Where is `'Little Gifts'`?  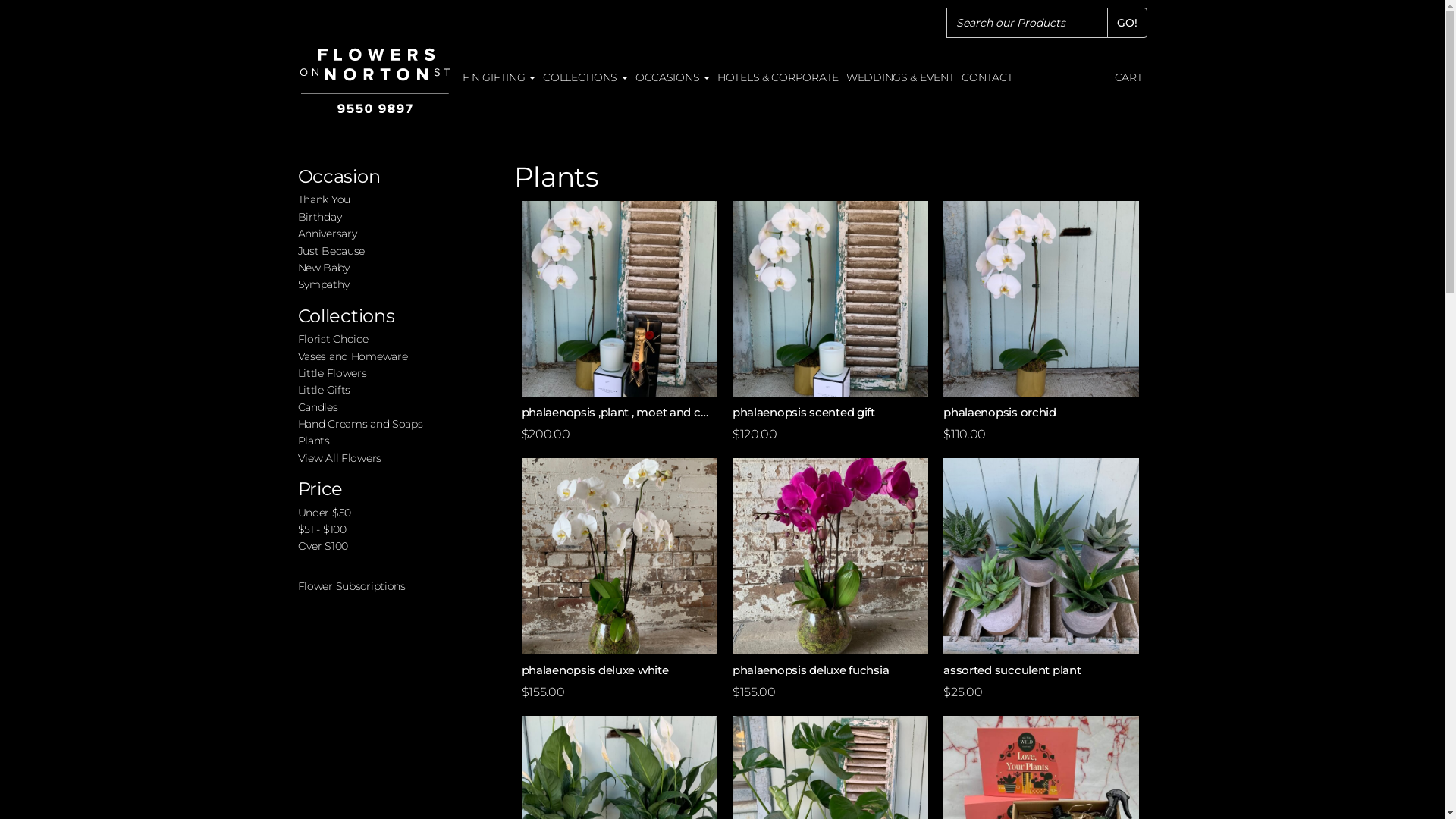
'Little Gifts' is located at coordinates (297, 388).